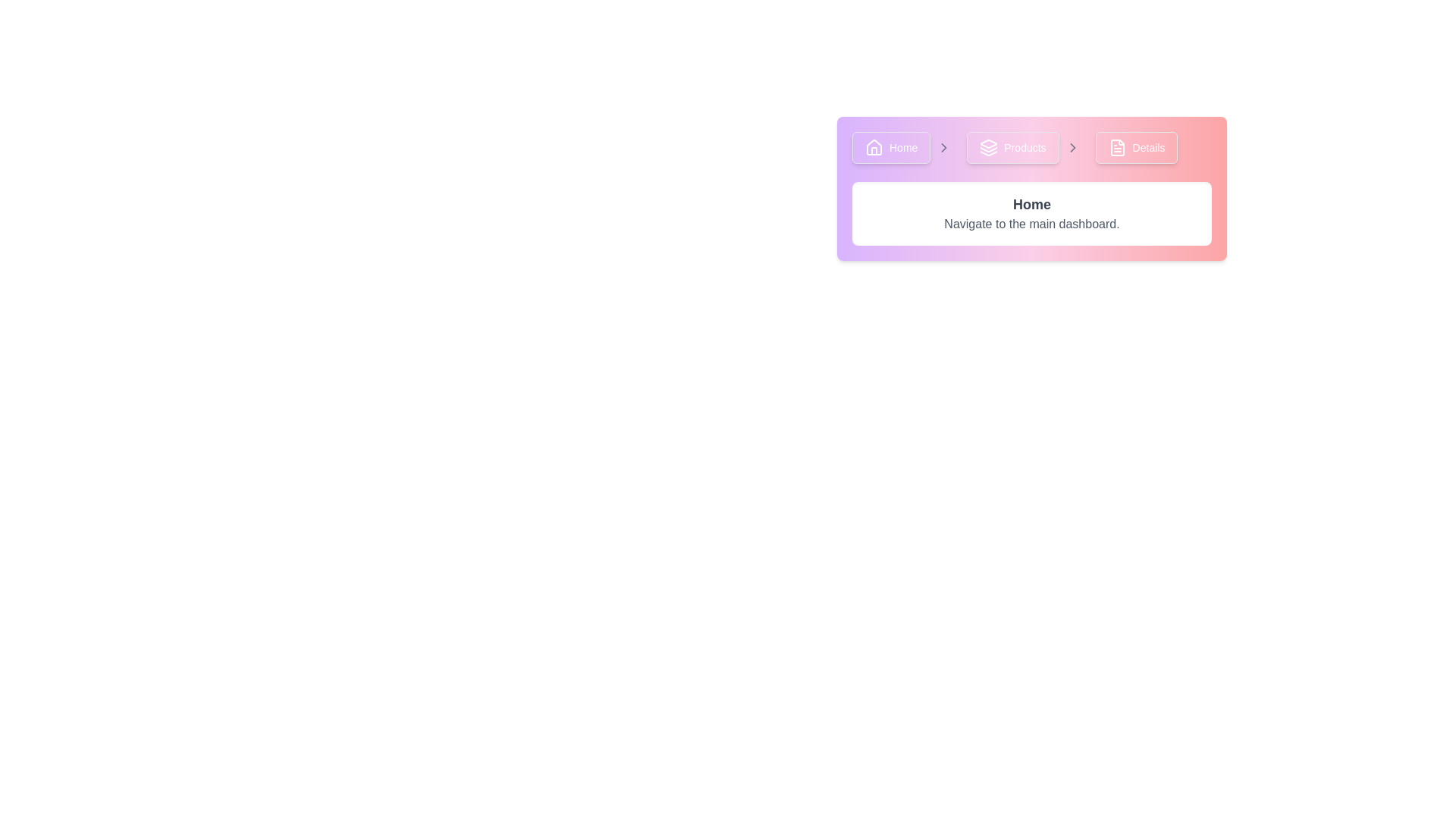 The height and width of the screenshot is (819, 1456). Describe the element at coordinates (874, 151) in the screenshot. I see `the 'Home' icon in the breadcrumb navigation bar, which resembles a house with a rectangular bottom and triangular roof, located at the top-left with a purple background` at that location.